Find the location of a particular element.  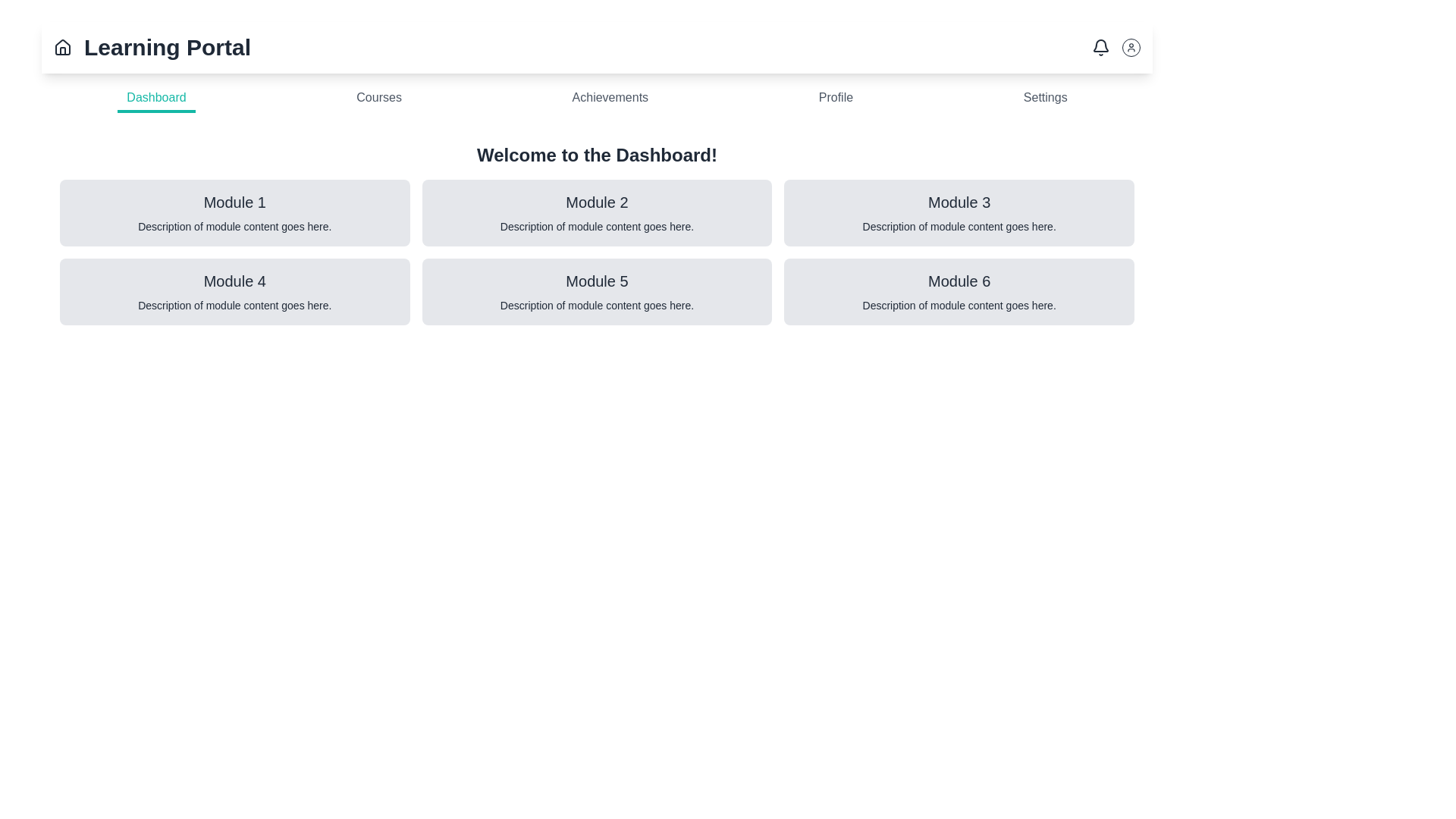

the house-shaped 'home' icon located in the top-left corner of the header section, adjacent to the 'Learning Portal' site title is located at coordinates (61, 45).